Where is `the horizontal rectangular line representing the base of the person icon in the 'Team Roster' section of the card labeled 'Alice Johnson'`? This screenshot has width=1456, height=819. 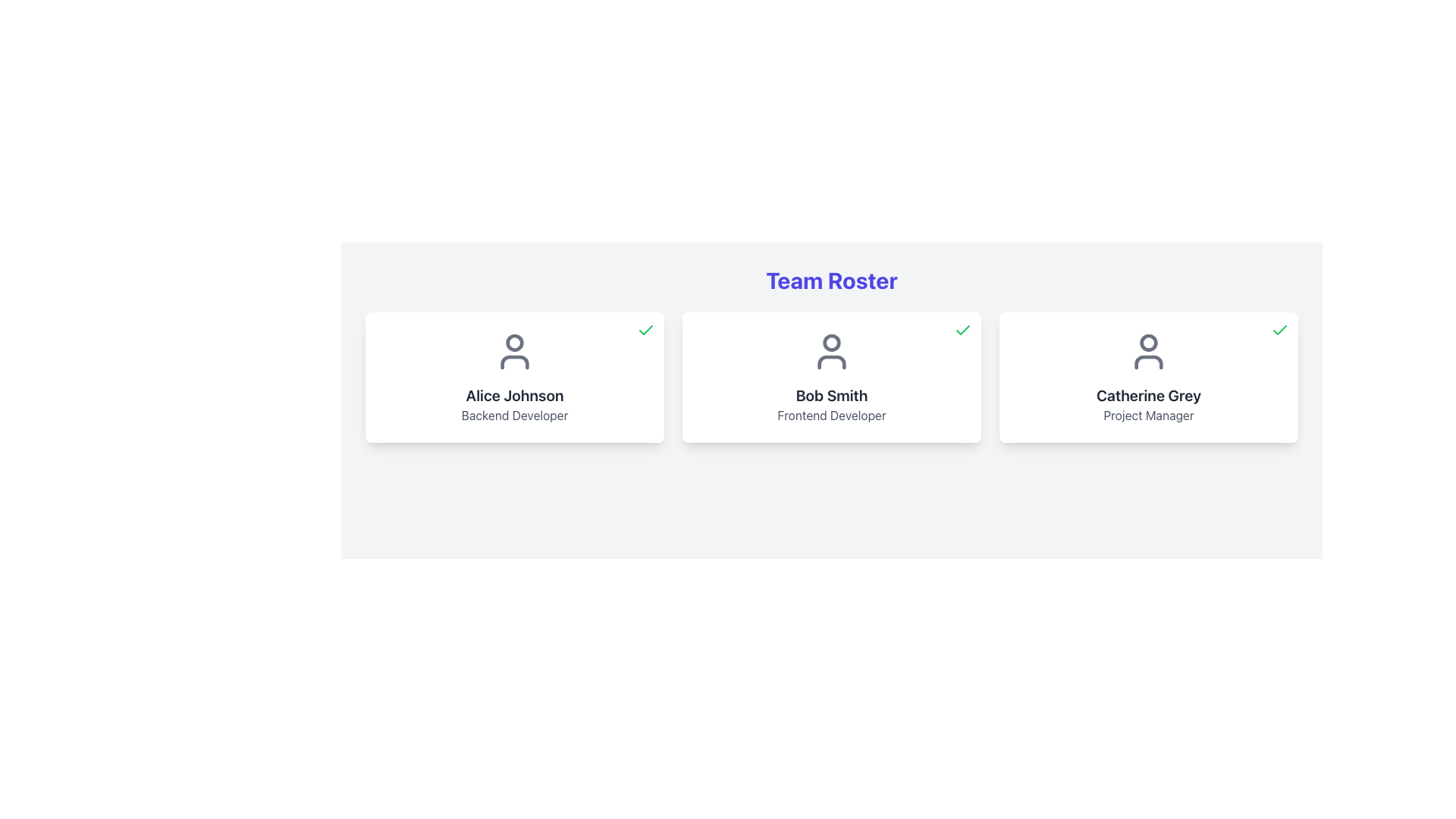 the horizontal rectangular line representing the base of the person icon in the 'Team Roster' section of the card labeled 'Alice Johnson' is located at coordinates (514, 362).